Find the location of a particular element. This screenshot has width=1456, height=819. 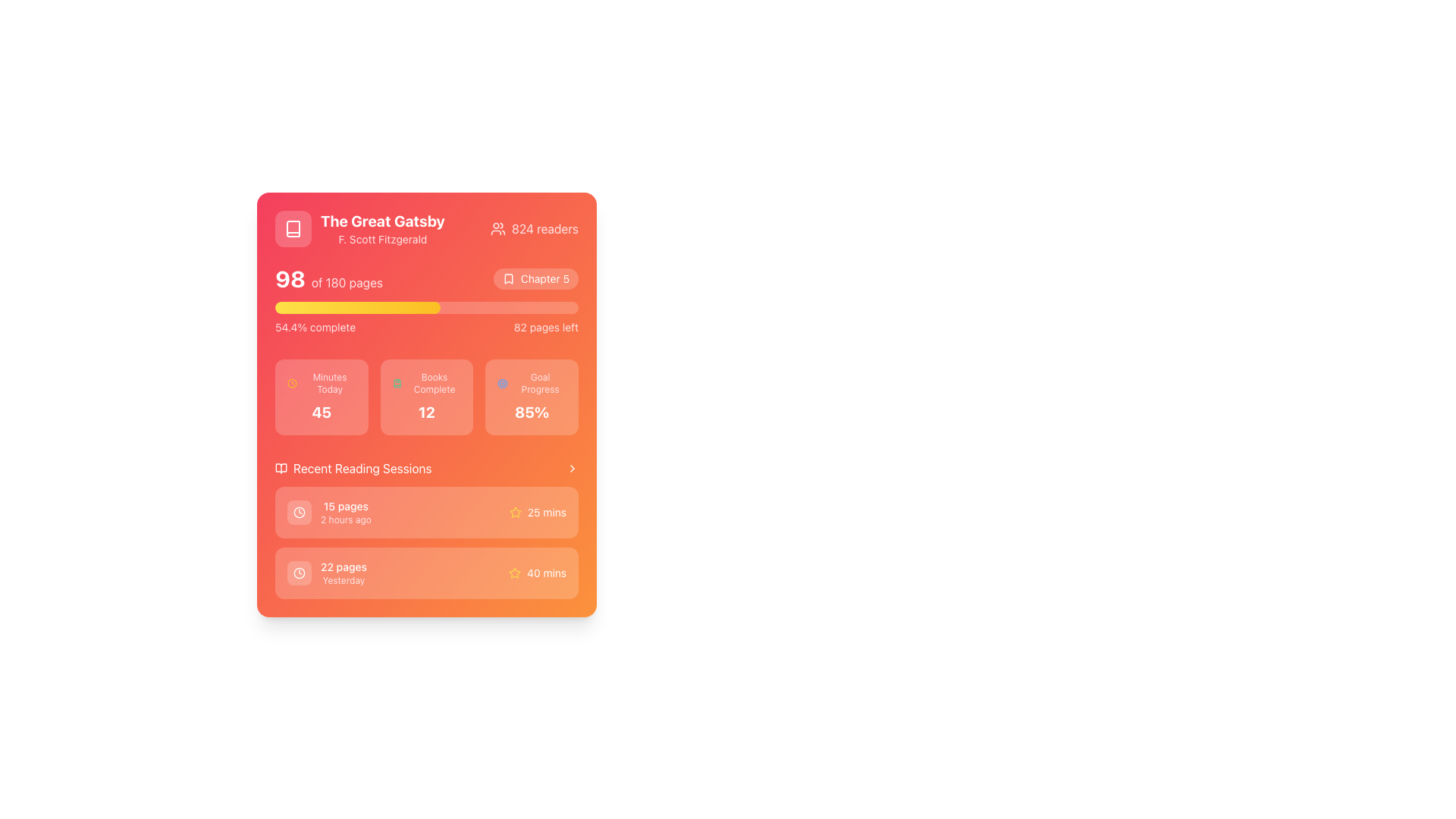

the bookmark icon located near the title 'The Great Gatsby' in the header section is located at coordinates (508, 278).